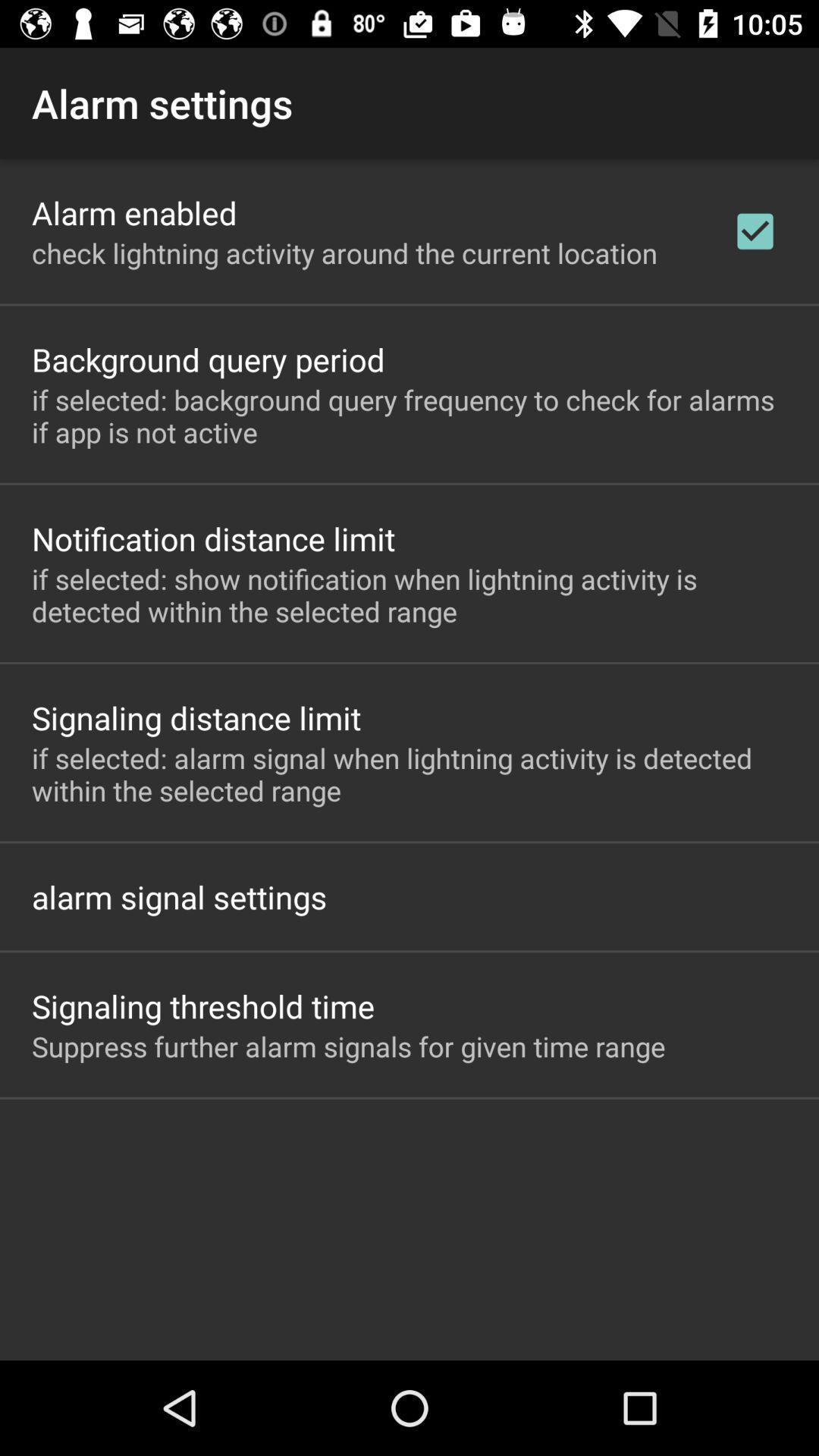  What do you see at coordinates (755, 231) in the screenshot?
I see `icon above if selected background` at bounding box center [755, 231].